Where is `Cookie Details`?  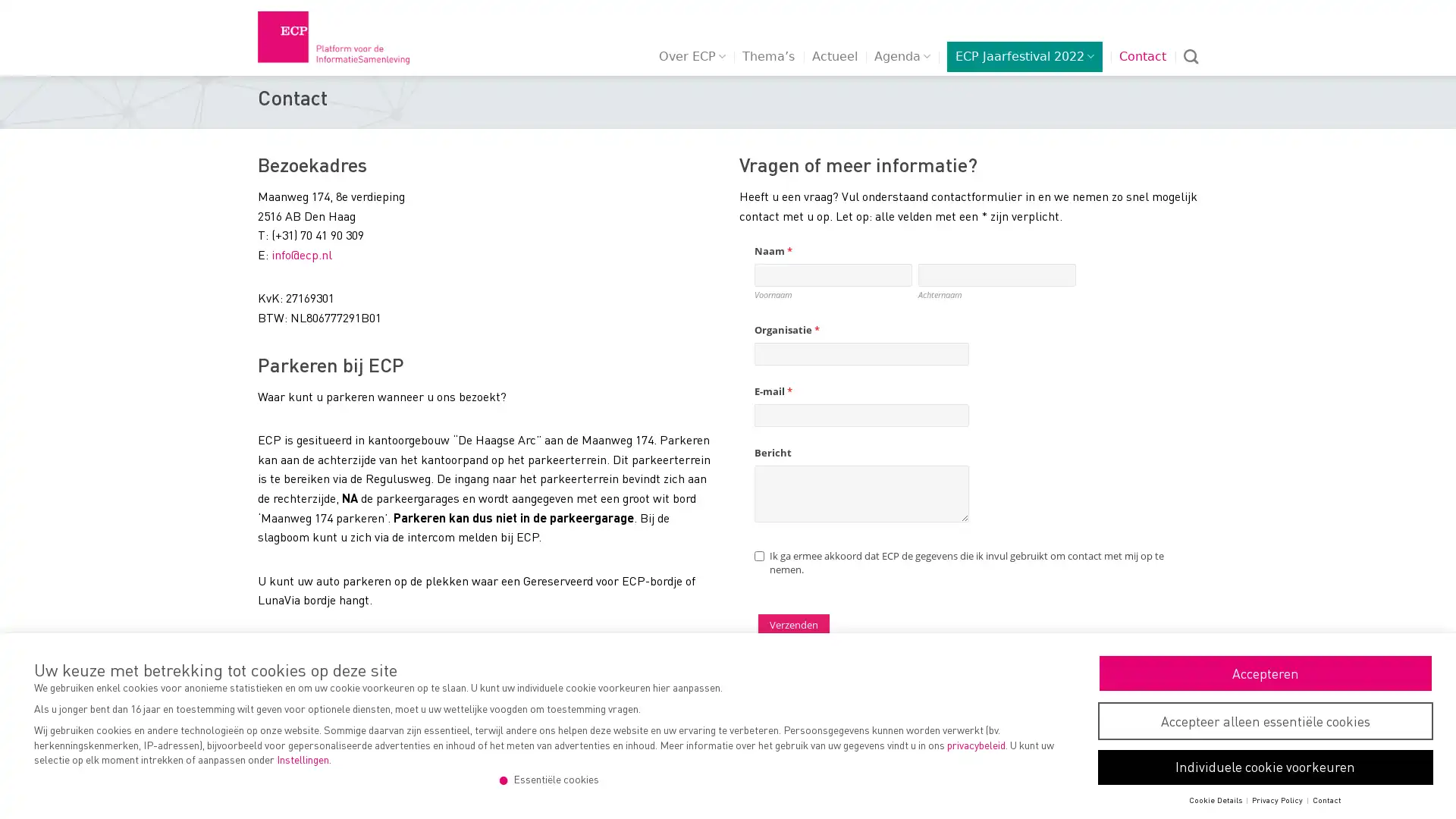
Cookie Details is located at coordinates (1216, 799).